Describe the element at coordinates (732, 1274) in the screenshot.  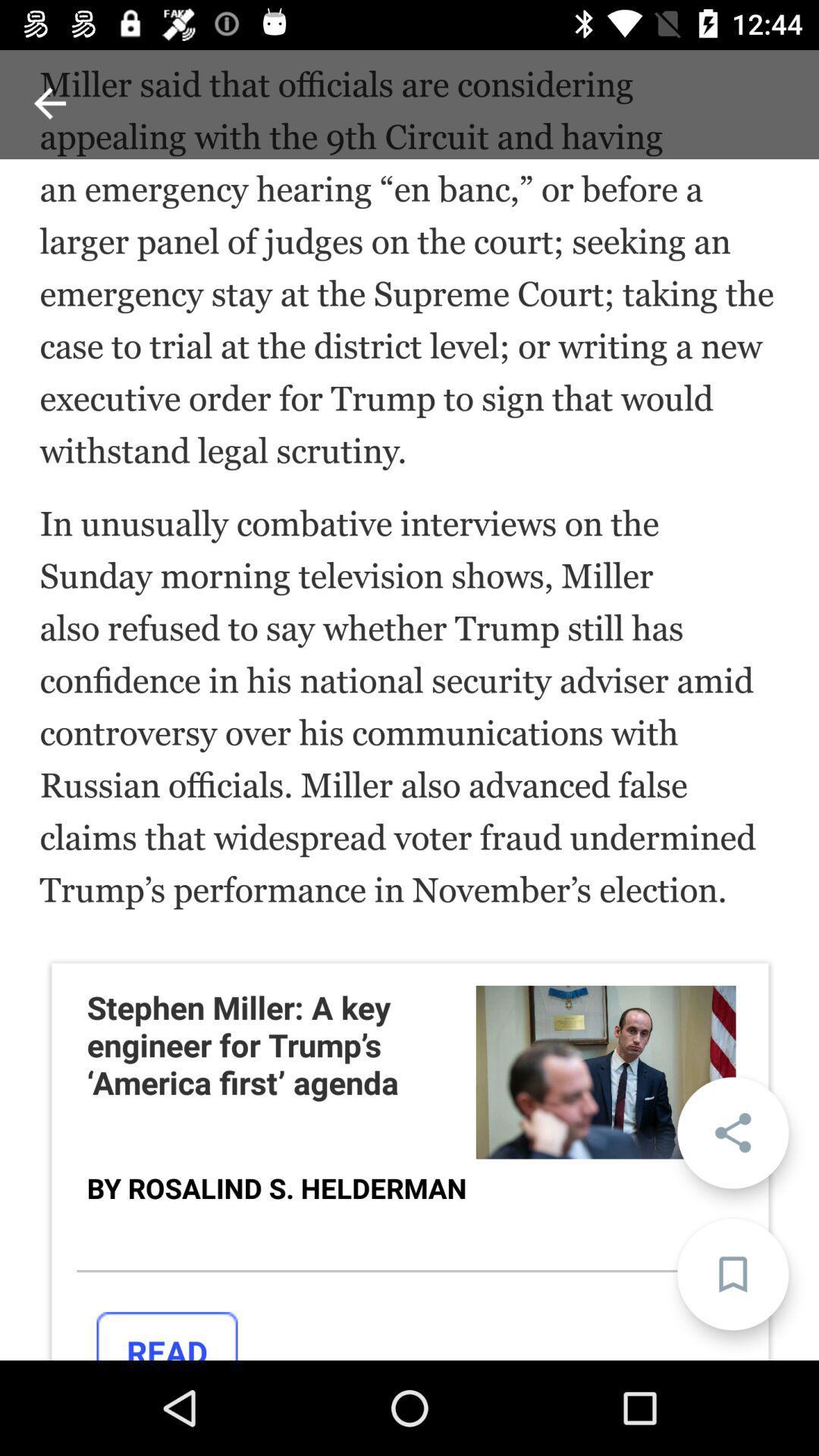
I see `the bookmark icon` at that location.